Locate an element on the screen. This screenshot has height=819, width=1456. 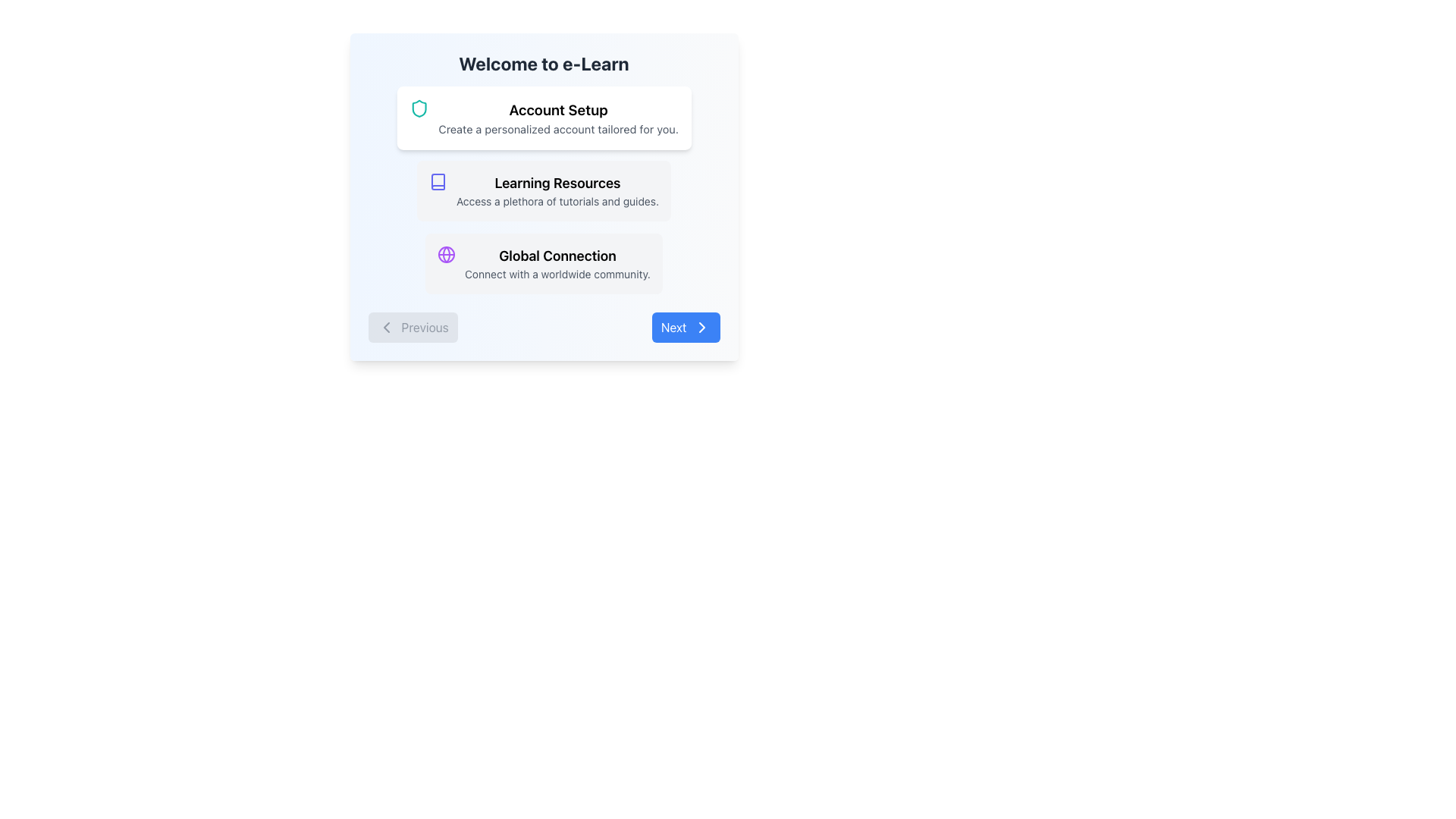
the 'Account Setup' icon, which visually represents the 'Account Setup' feature of the application, located at the top-left corner of the option in a vertical list is located at coordinates (419, 108).